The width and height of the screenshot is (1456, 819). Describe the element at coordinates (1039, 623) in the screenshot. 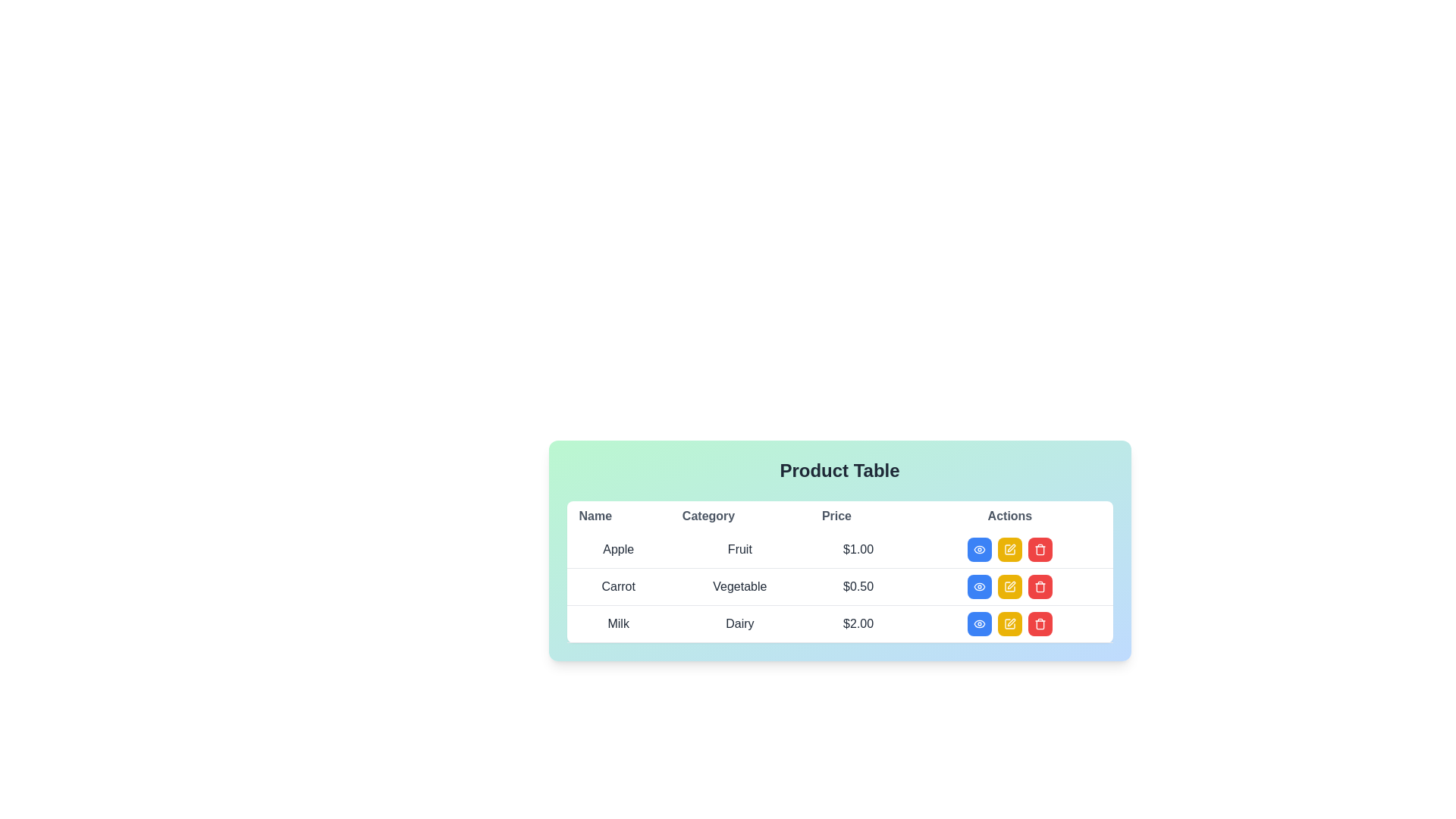

I see `the delete button located in the third row under the 'Actions' column of the table` at that location.